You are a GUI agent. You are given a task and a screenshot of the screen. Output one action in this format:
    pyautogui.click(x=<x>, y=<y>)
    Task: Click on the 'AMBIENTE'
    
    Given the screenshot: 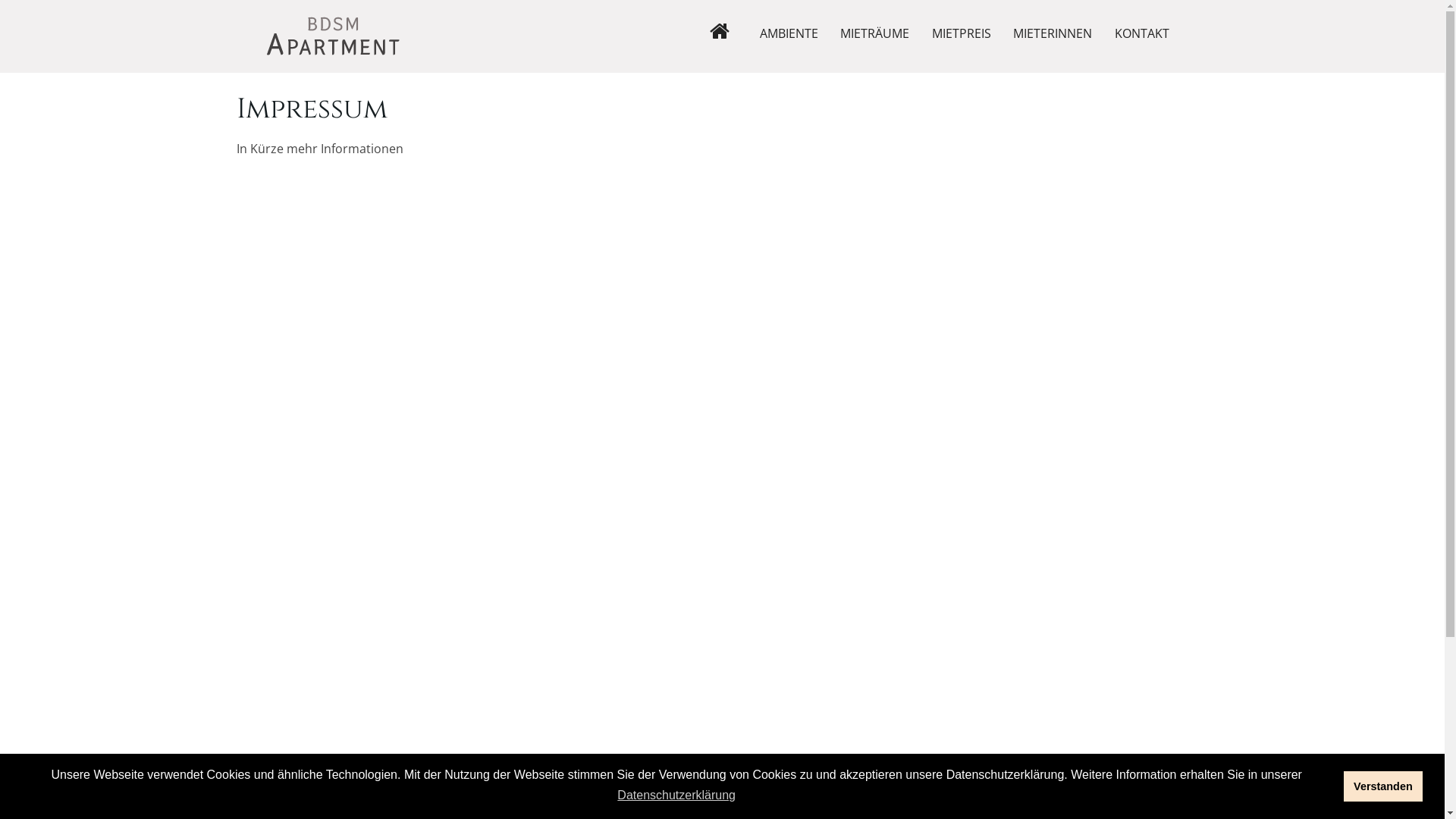 What is the action you would take?
    pyautogui.click(x=789, y=33)
    